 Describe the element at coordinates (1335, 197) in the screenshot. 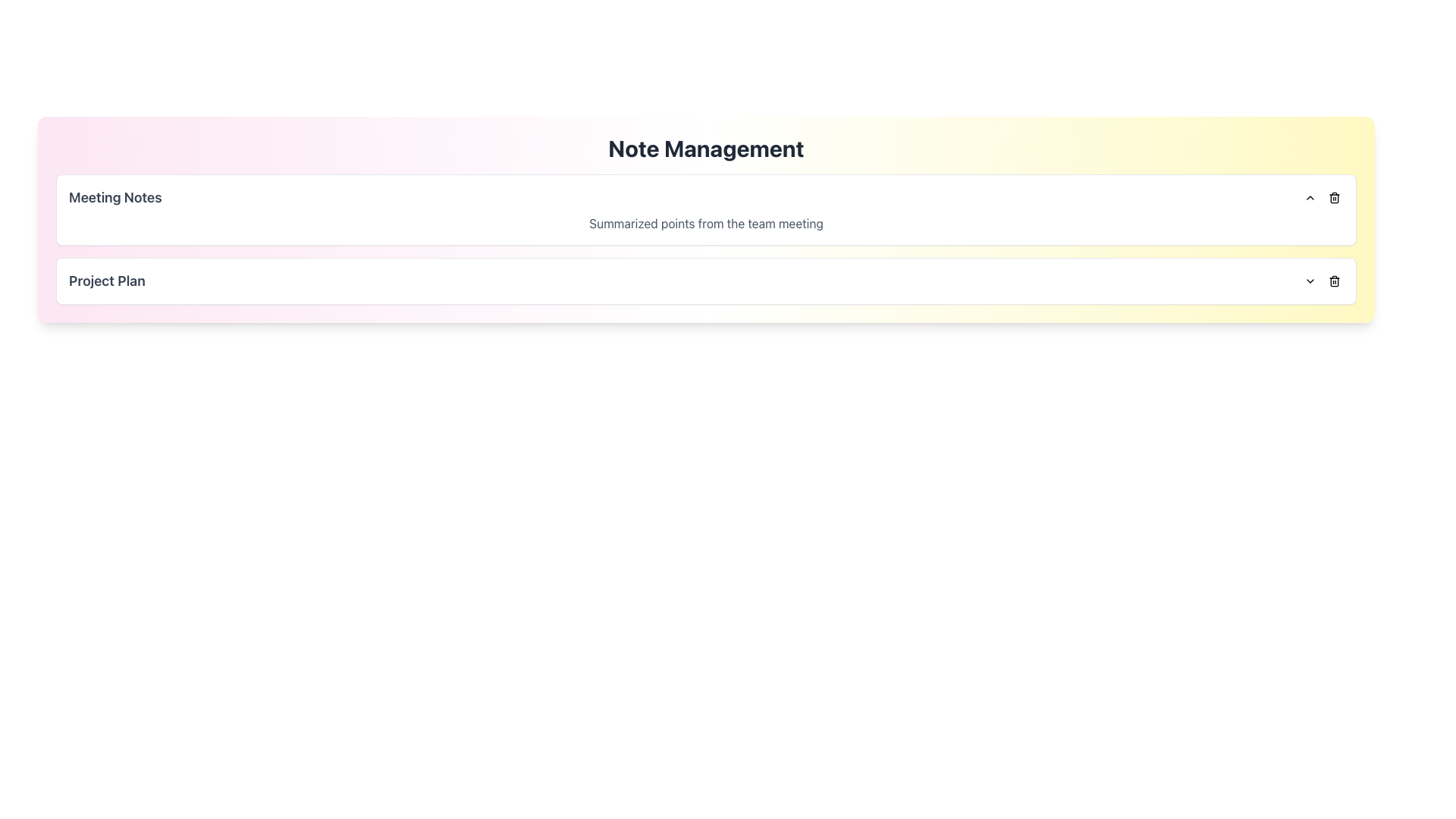

I see `the trash bin icon located to the right of the 'Meeting Notes' section` at that location.